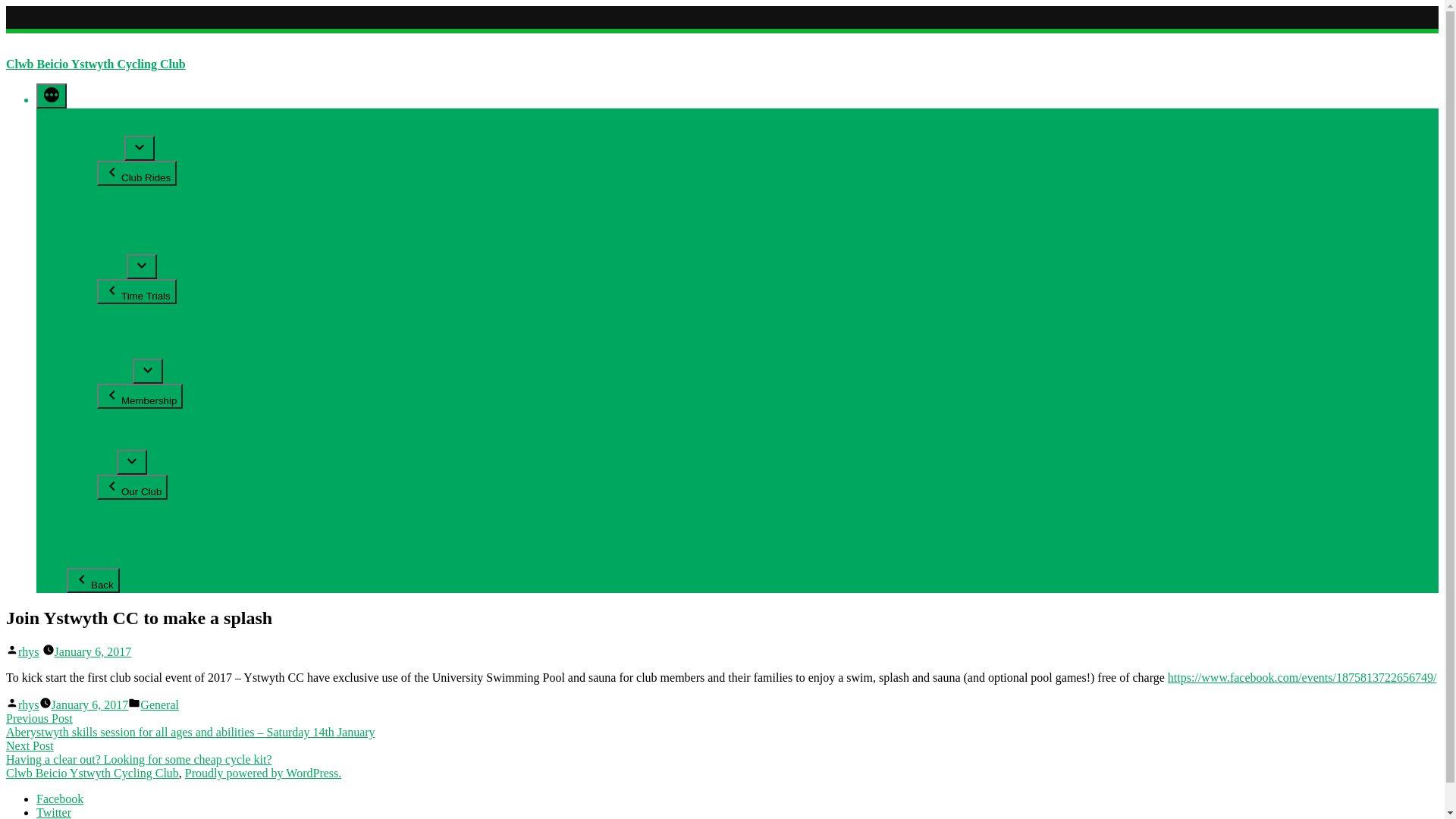 The height and width of the screenshot is (819, 1456). What do you see at coordinates (59, 798) in the screenshot?
I see `'Facebook'` at bounding box center [59, 798].